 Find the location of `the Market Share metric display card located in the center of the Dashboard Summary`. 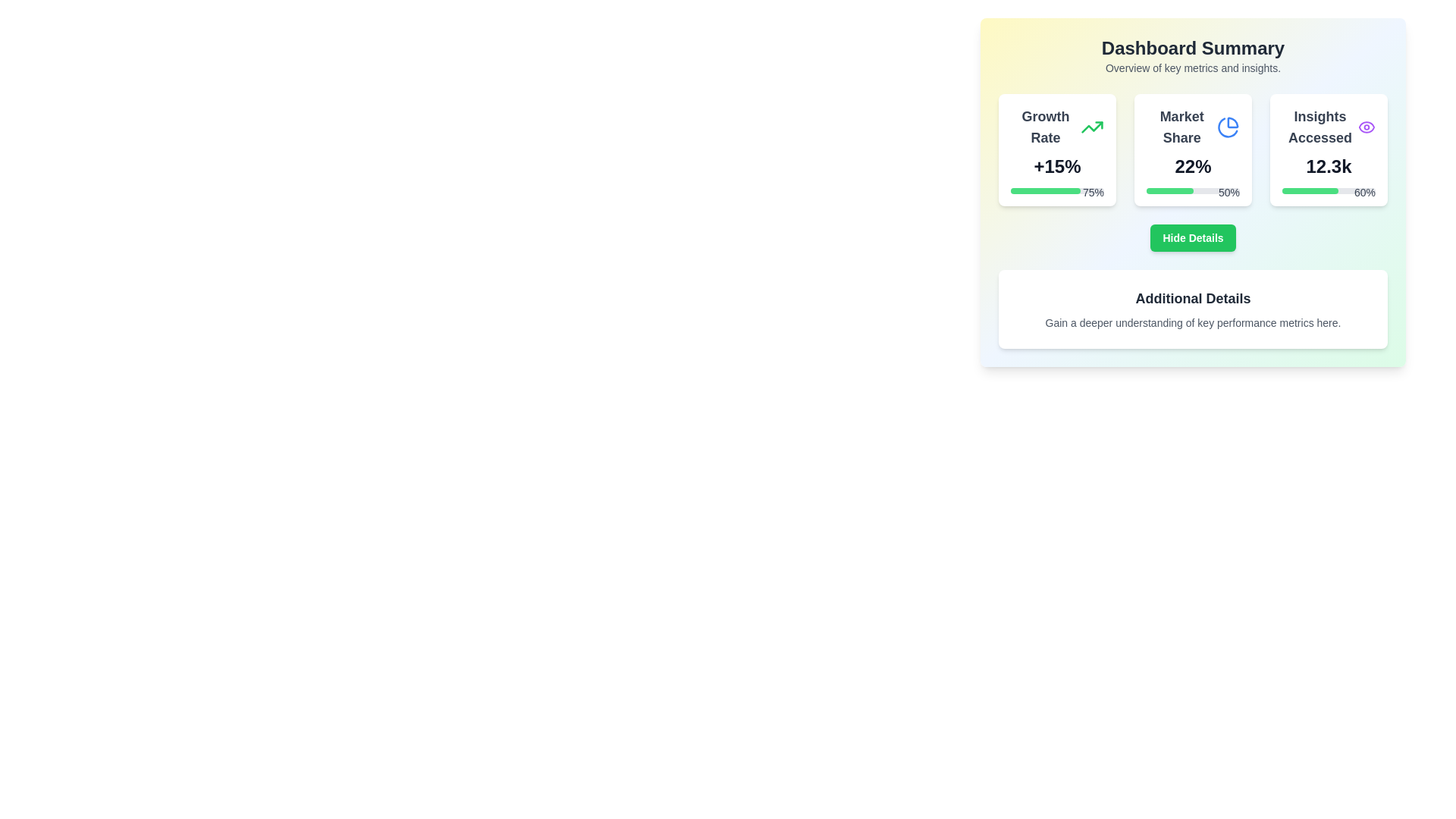

the Market Share metric display card located in the center of the Dashboard Summary is located at coordinates (1192, 149).